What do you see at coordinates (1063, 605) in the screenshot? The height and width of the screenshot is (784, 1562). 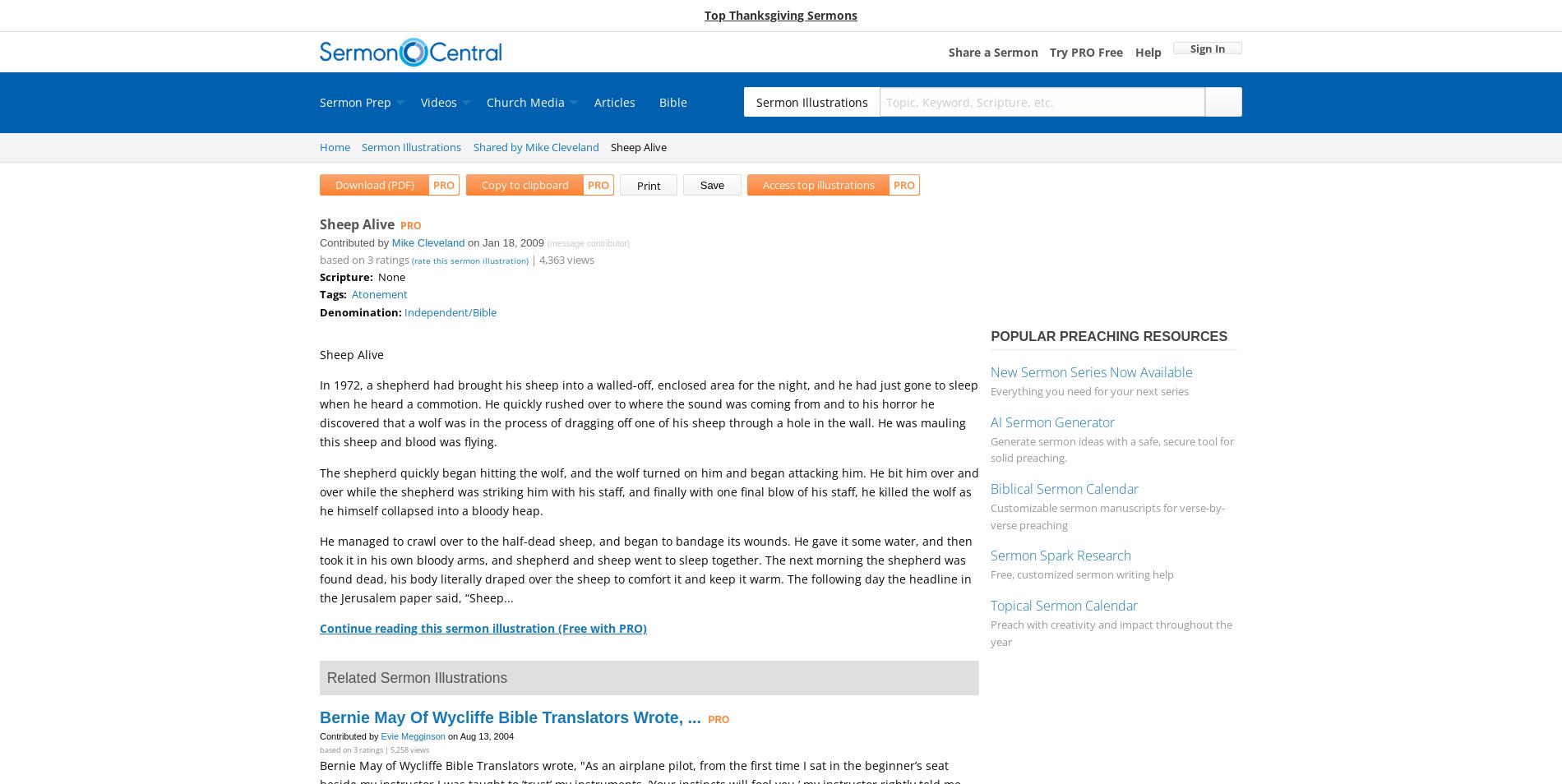 I see `'Topical Sermon Calendar'` at bounding box center [1063, 605].